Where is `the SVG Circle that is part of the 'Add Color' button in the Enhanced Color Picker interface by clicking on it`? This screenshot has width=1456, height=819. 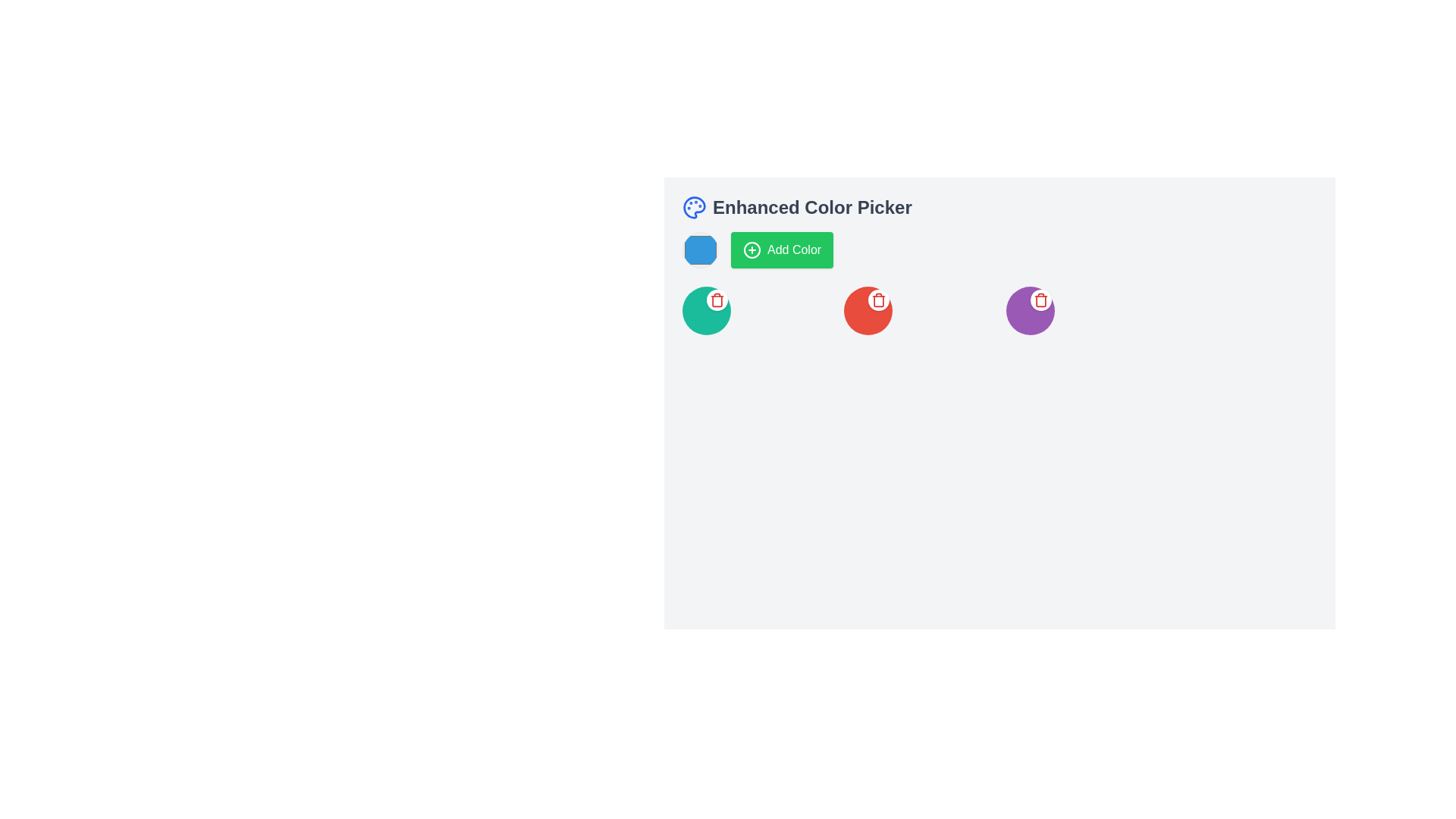 the SVG Circle that is part of the 'Add Color' button in the Enhanced Color Picker interface by clicking on it is located at coordinates (752, 249).